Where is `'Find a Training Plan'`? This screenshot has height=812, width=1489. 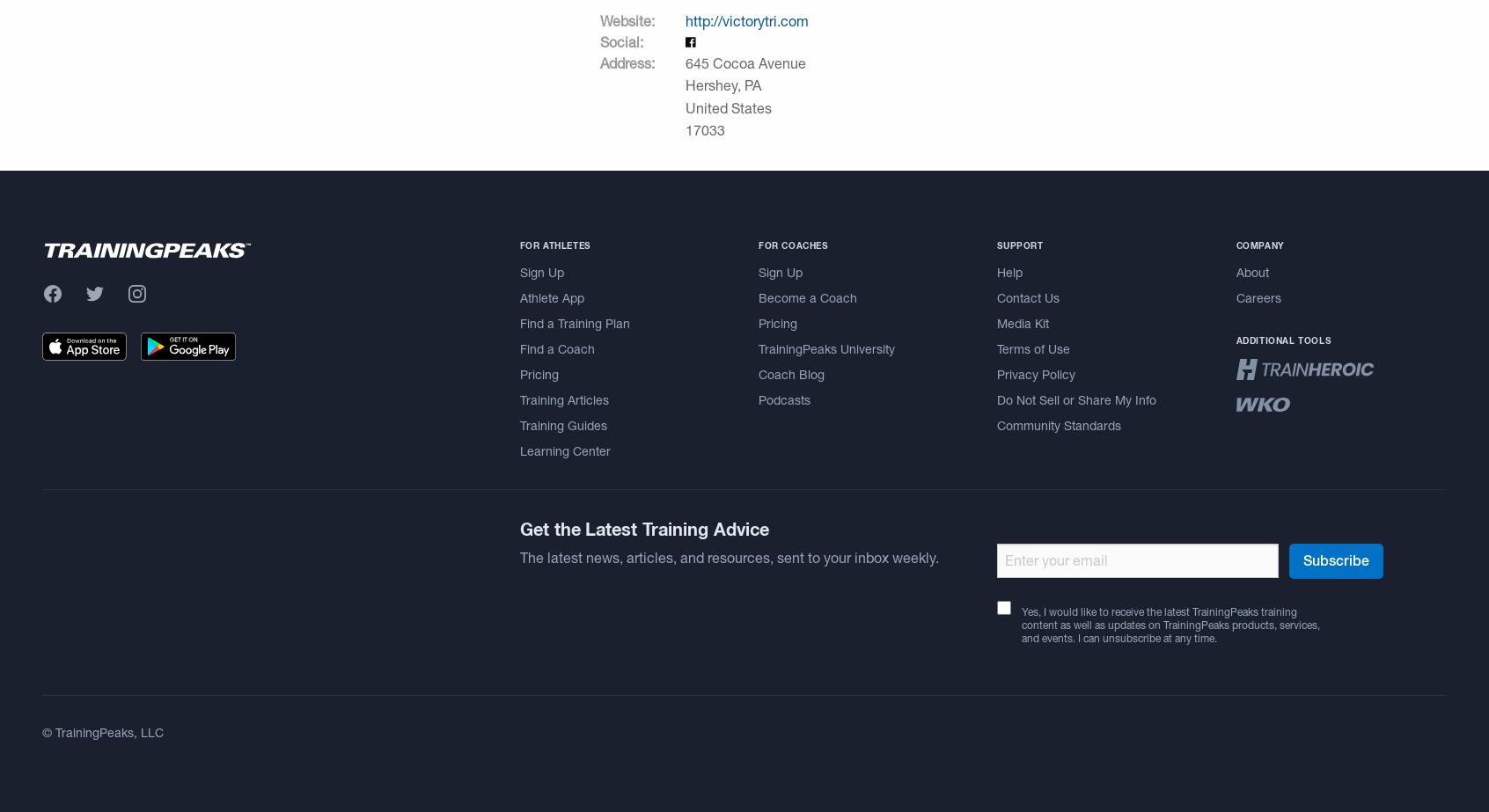
'Find a Training Plan' is located at coordinates (574, 322).